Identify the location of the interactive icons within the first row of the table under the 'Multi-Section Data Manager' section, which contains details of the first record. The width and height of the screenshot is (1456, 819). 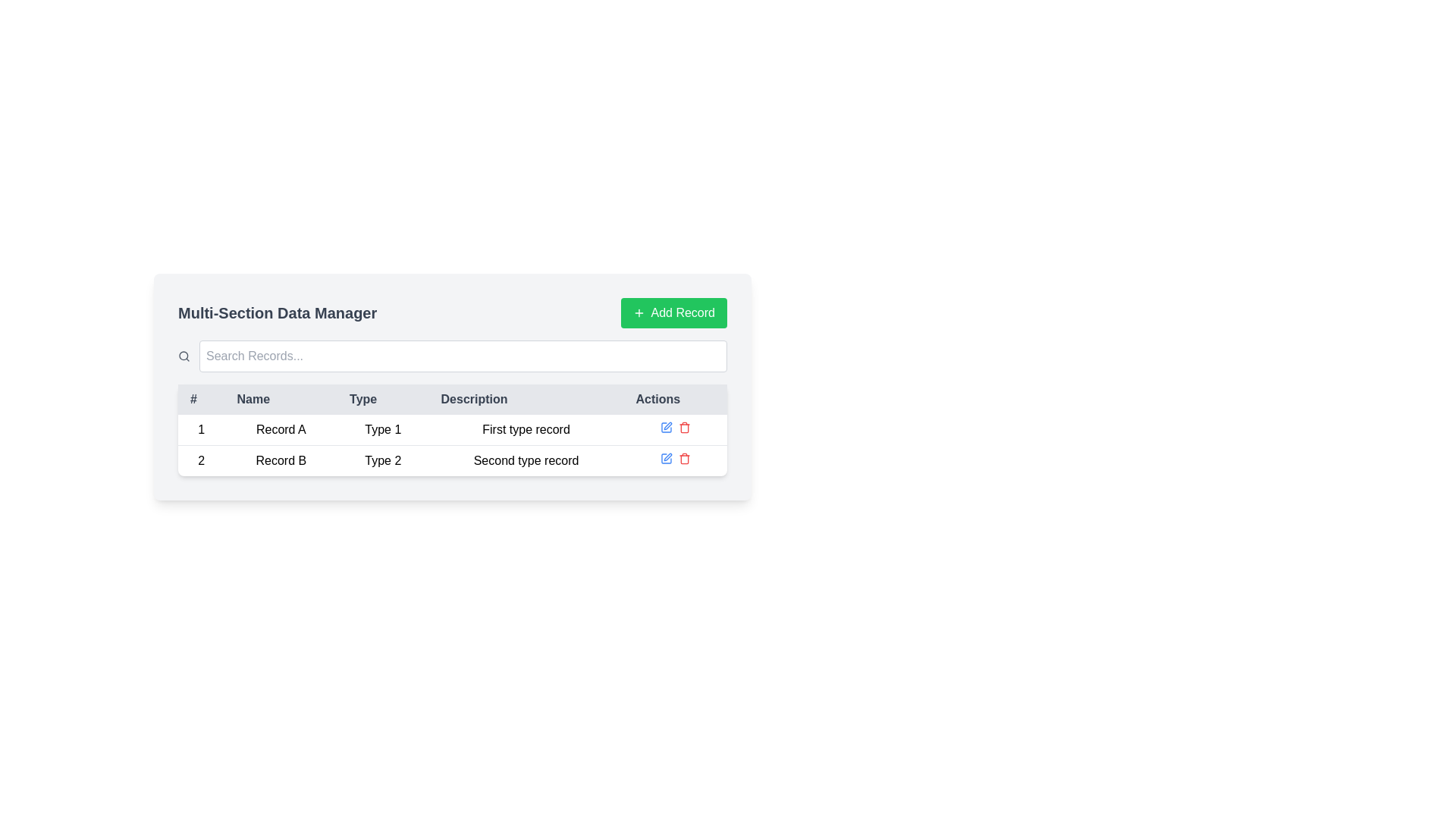
(451, 444).